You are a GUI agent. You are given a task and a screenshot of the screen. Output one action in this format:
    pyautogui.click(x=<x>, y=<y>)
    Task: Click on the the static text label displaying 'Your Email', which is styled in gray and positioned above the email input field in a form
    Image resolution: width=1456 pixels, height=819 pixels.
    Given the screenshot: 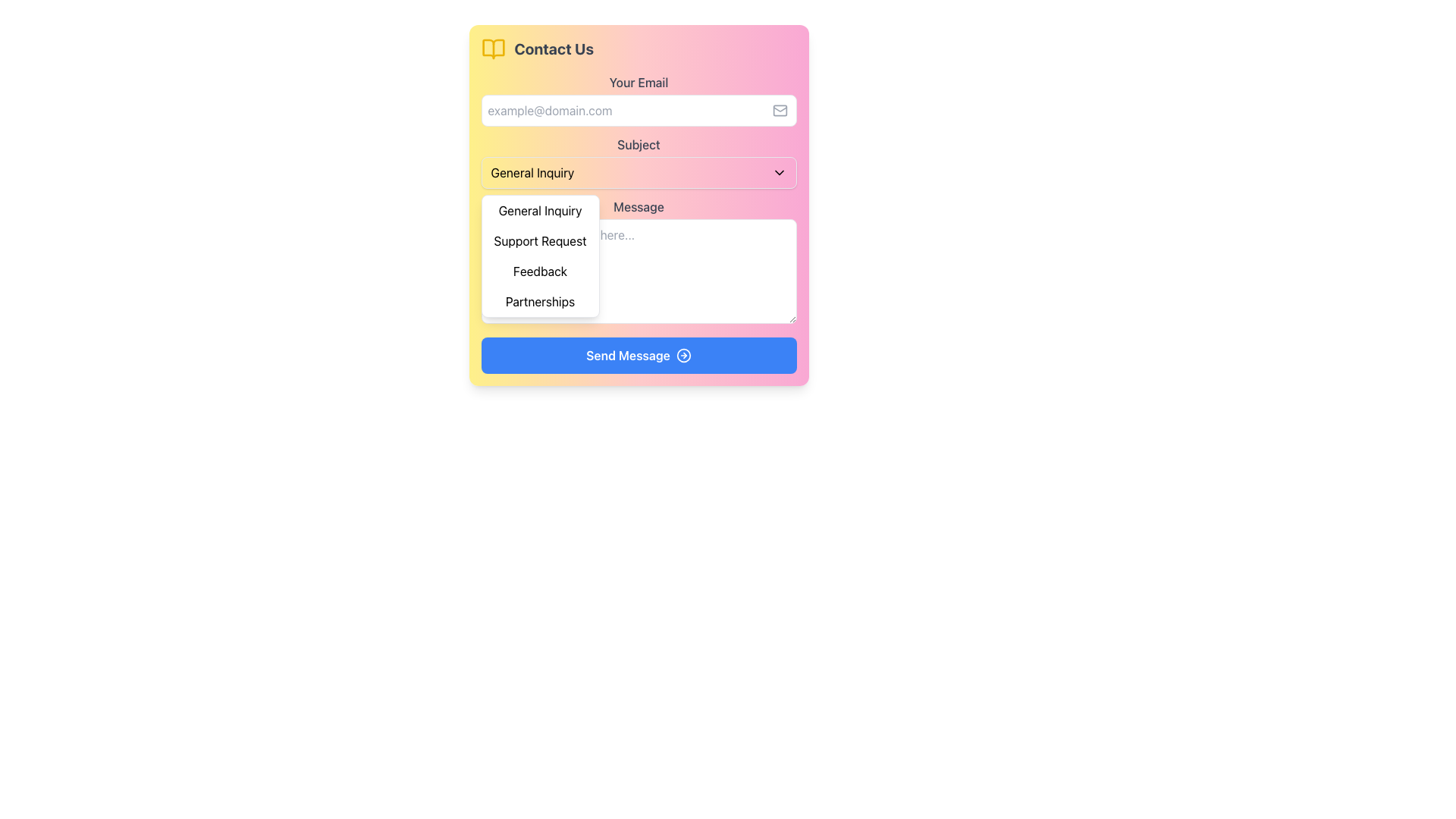 What is the action you would take?
    pyautogui.click(x=639, y=82)
    